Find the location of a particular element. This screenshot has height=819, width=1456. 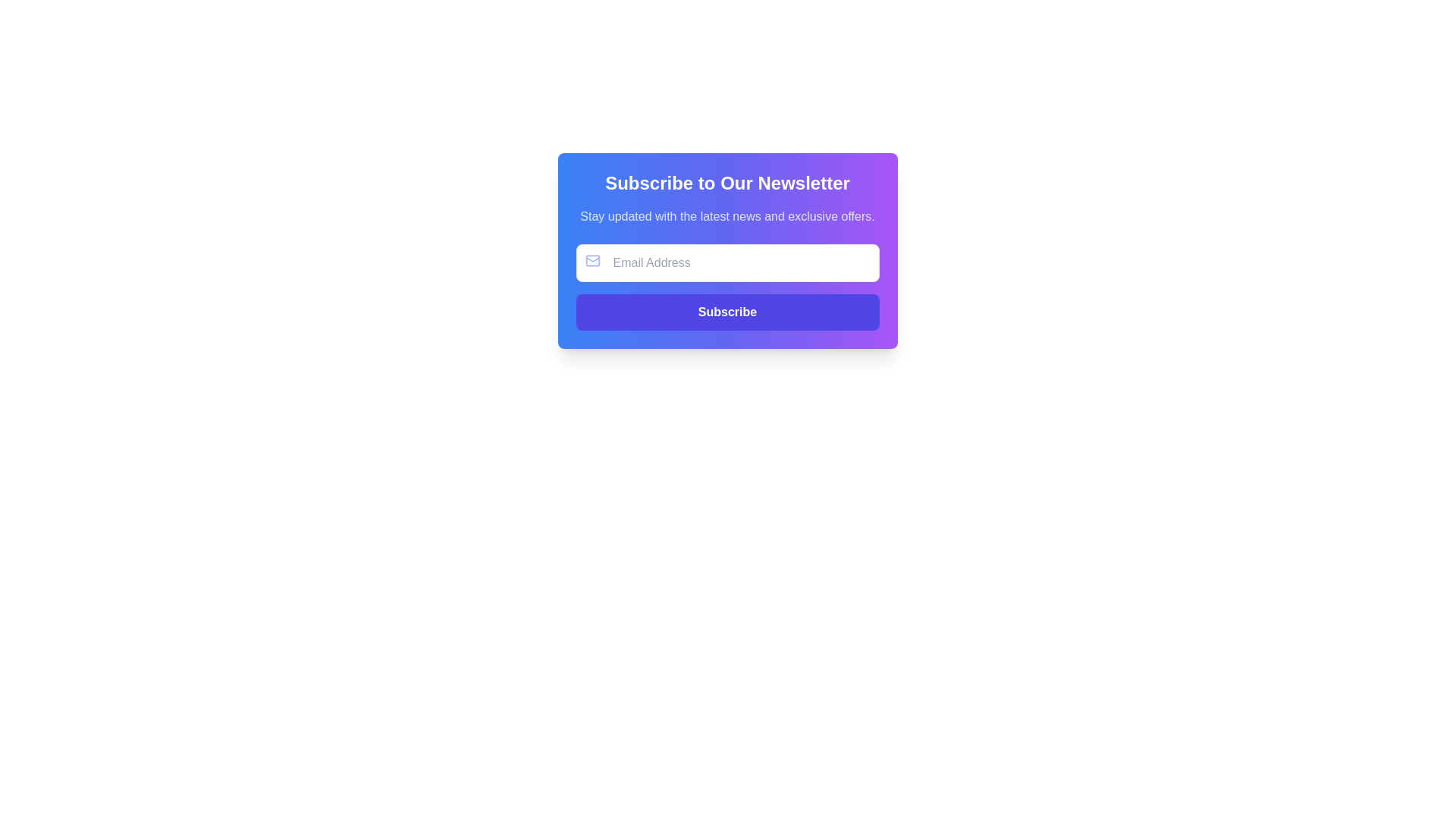

the static text element providing additional context for subscribing, located below the headline 'Subscribe to Our Newsletter' and above the email input field is located at coordinates (726, 216).